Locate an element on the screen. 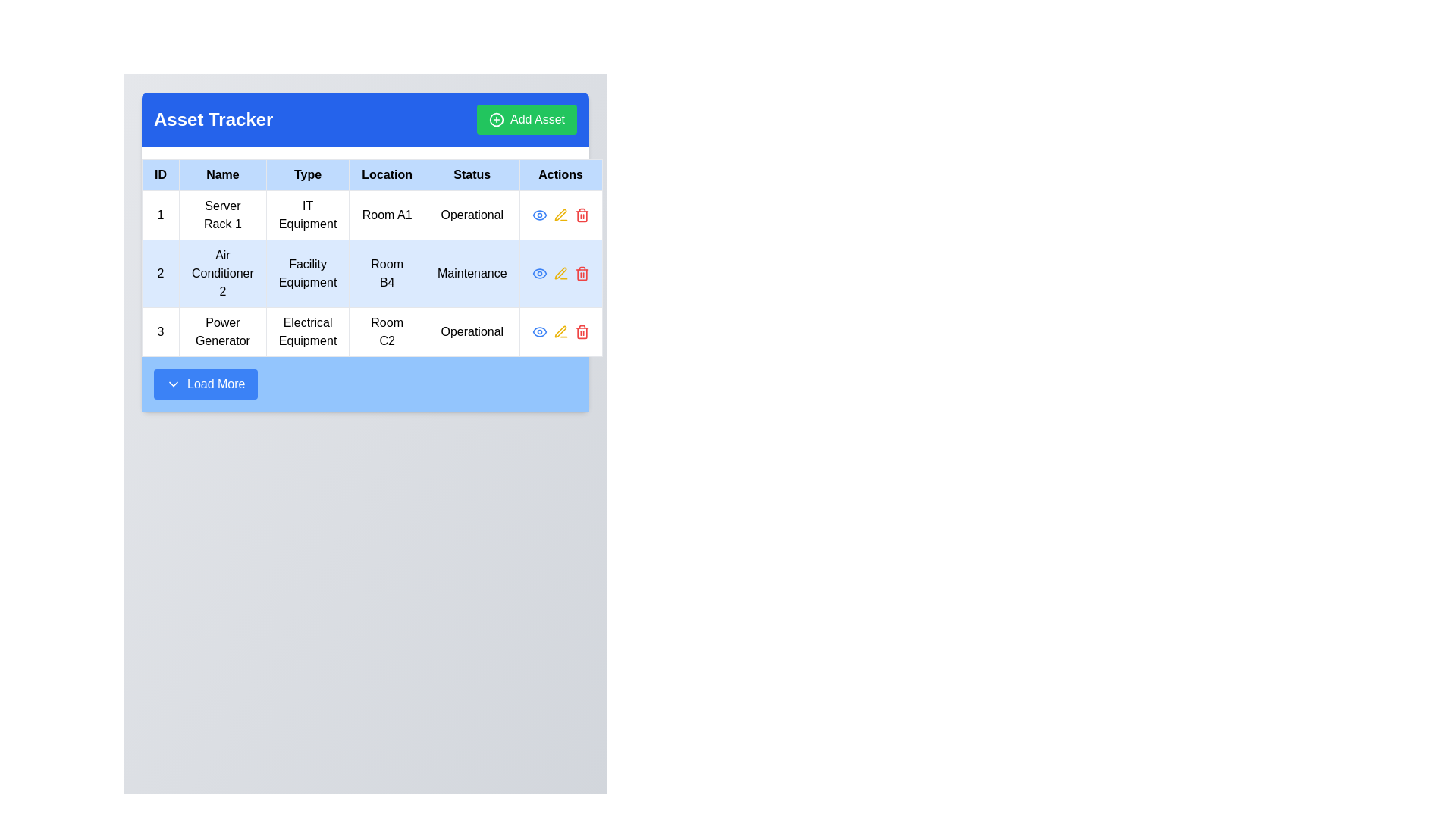 This screenshot has width=1456, height=819. text displayed in the text field of the second column (labeled 'Name') in the first row of the table, which corresponds to the asset 'Server Rack 1' is located at coordinates (221, 215).